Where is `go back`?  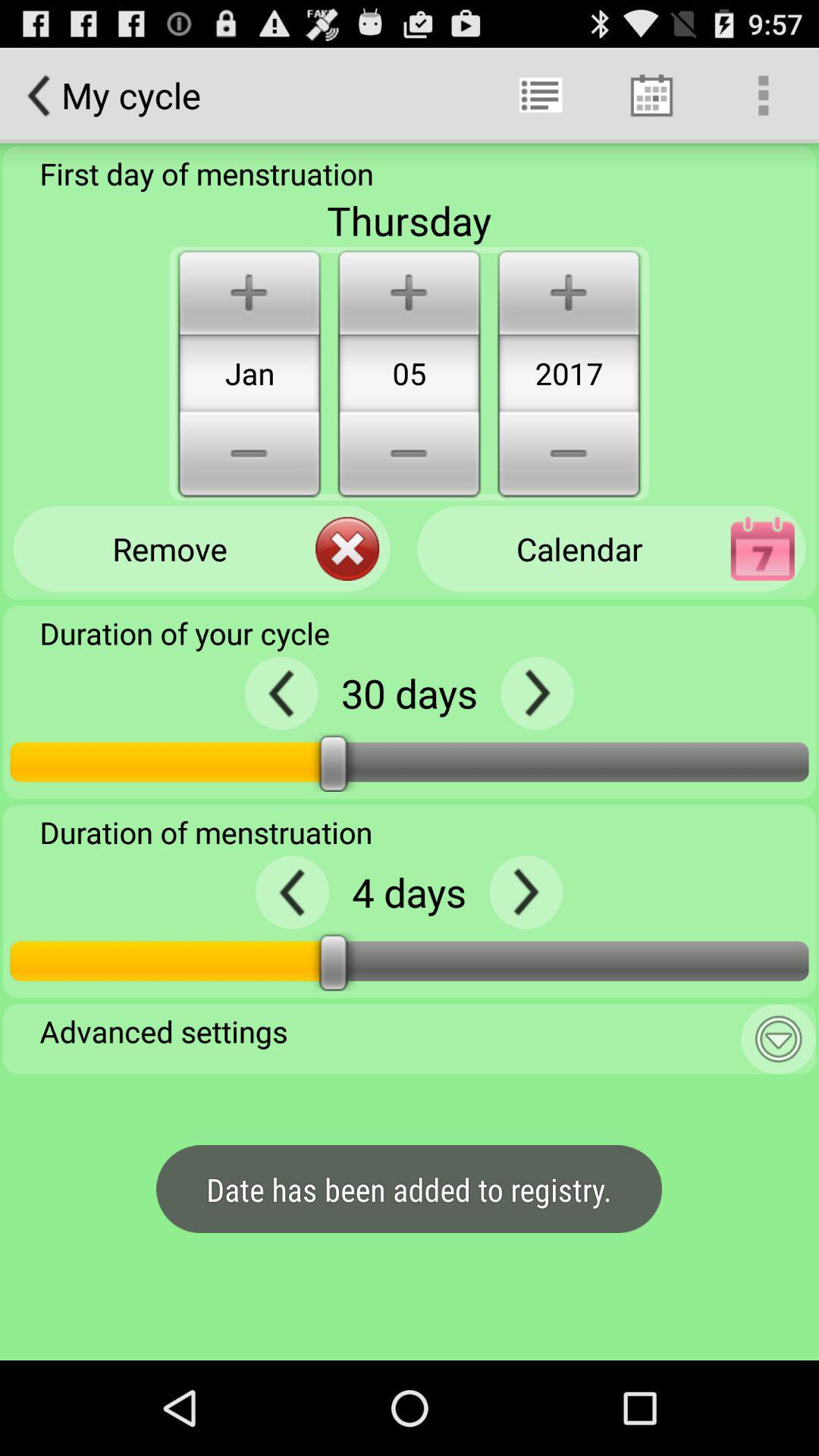
go back is located at coordinates (536, 692).